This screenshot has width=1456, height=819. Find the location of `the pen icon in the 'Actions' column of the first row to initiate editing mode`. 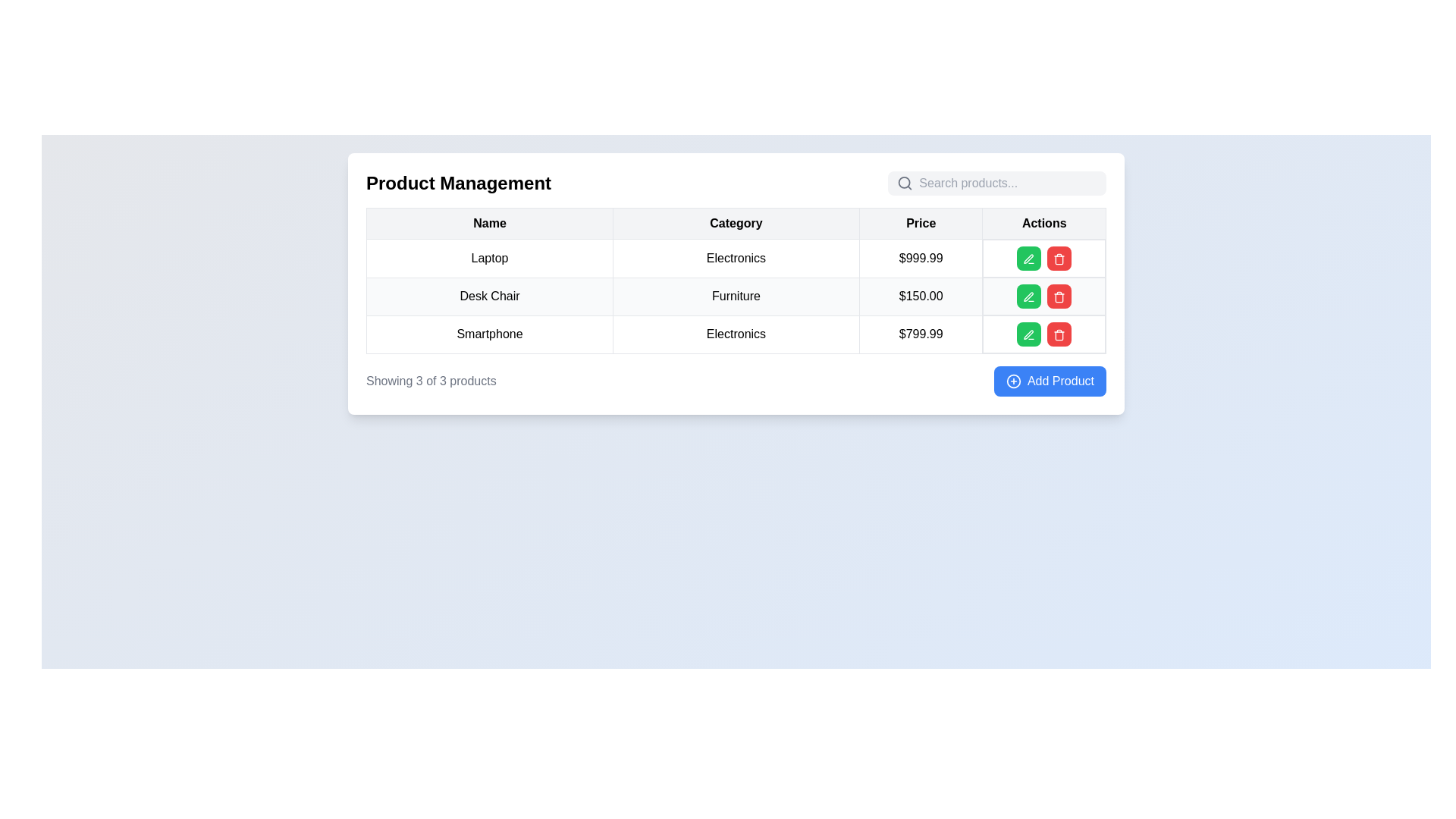

the pen icon in the 'Actions' column of the first row to initiate editing mode is located at coordinates (1029, 258).